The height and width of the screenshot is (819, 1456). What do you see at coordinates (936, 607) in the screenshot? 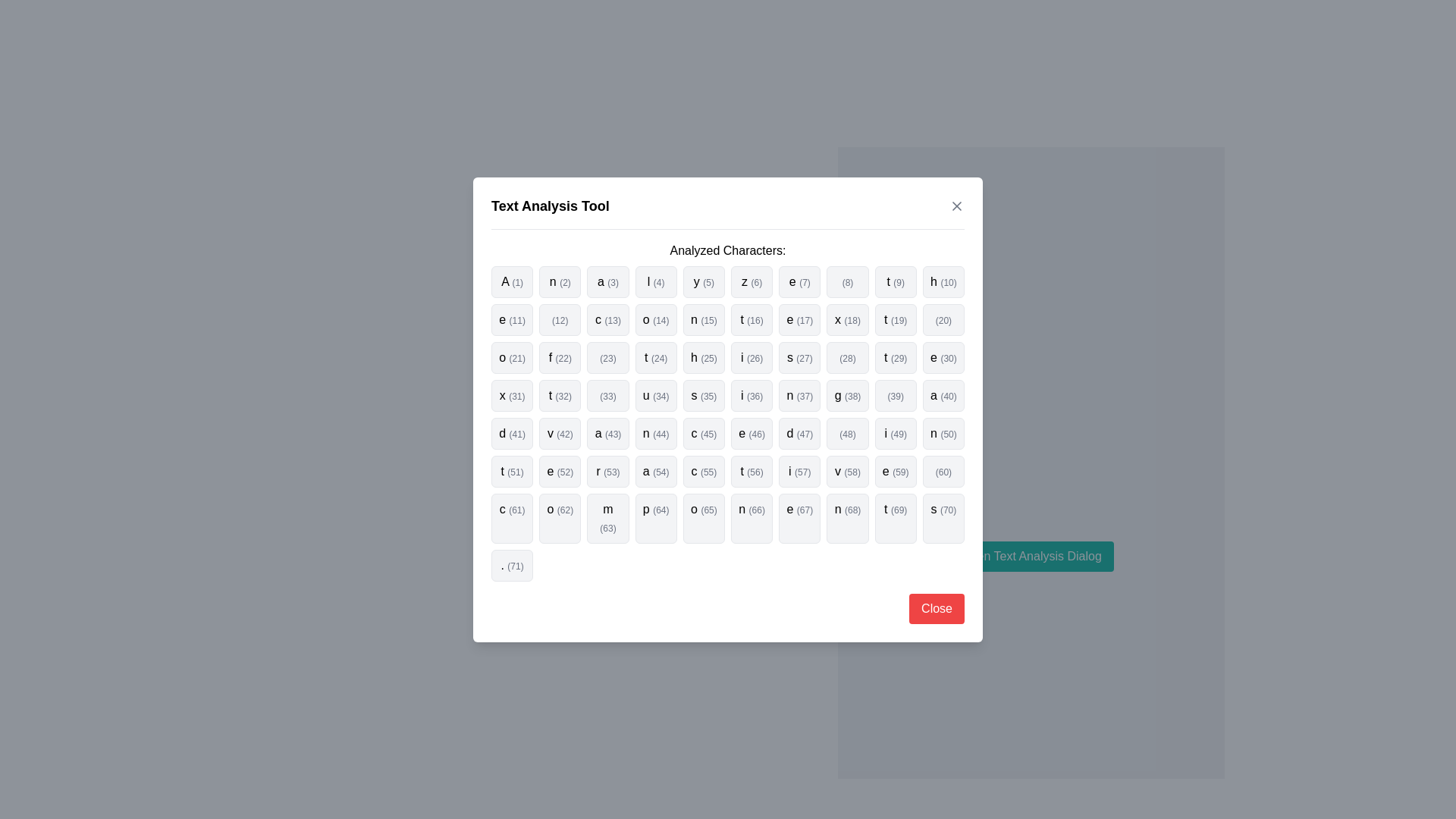
I see `the 'Close' button in the dialog to close the Text Analysis Dialog` at bounding box center [936, 607].